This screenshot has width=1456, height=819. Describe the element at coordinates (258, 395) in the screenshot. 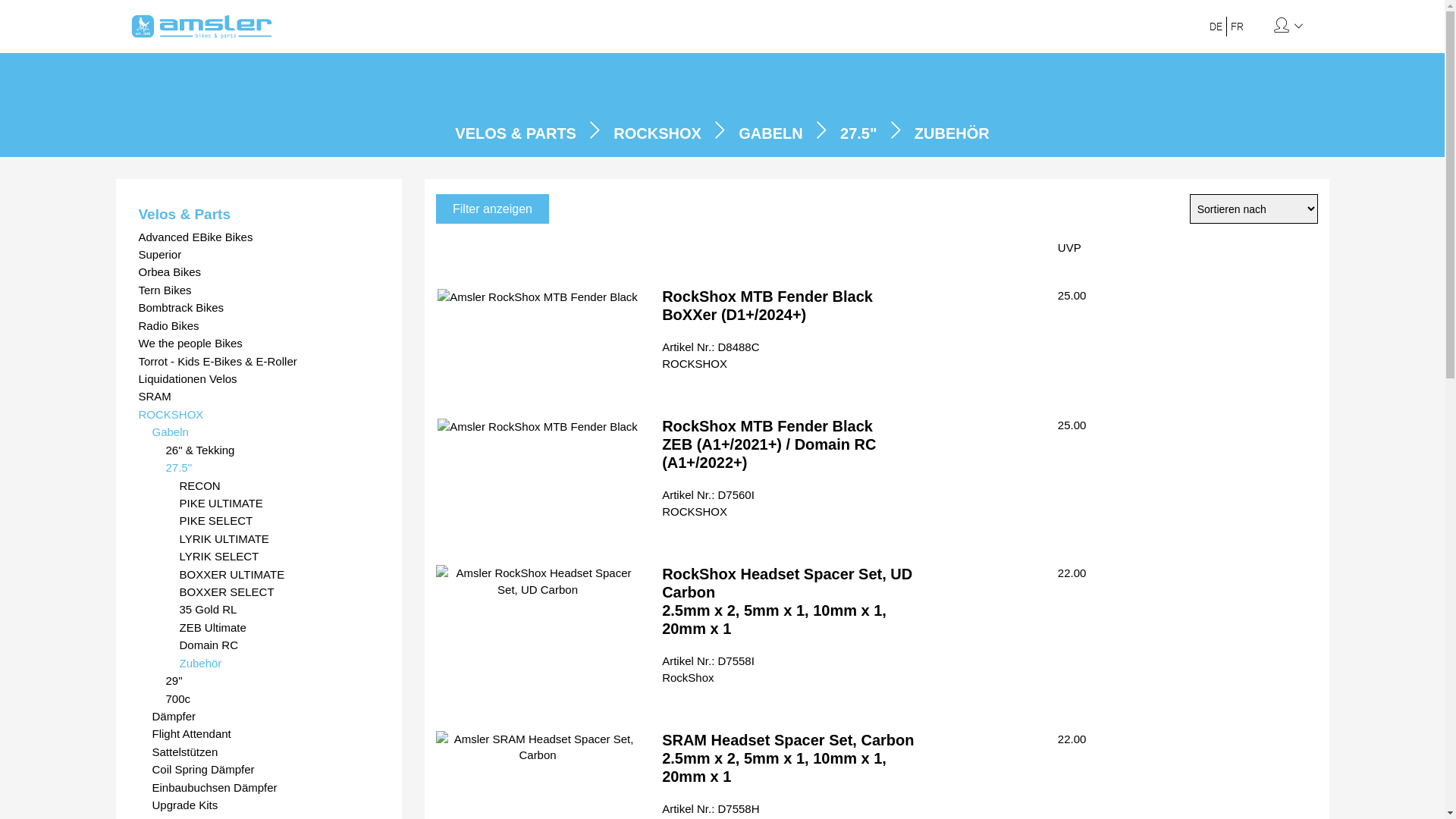

I see `'SRAM'` at that location.